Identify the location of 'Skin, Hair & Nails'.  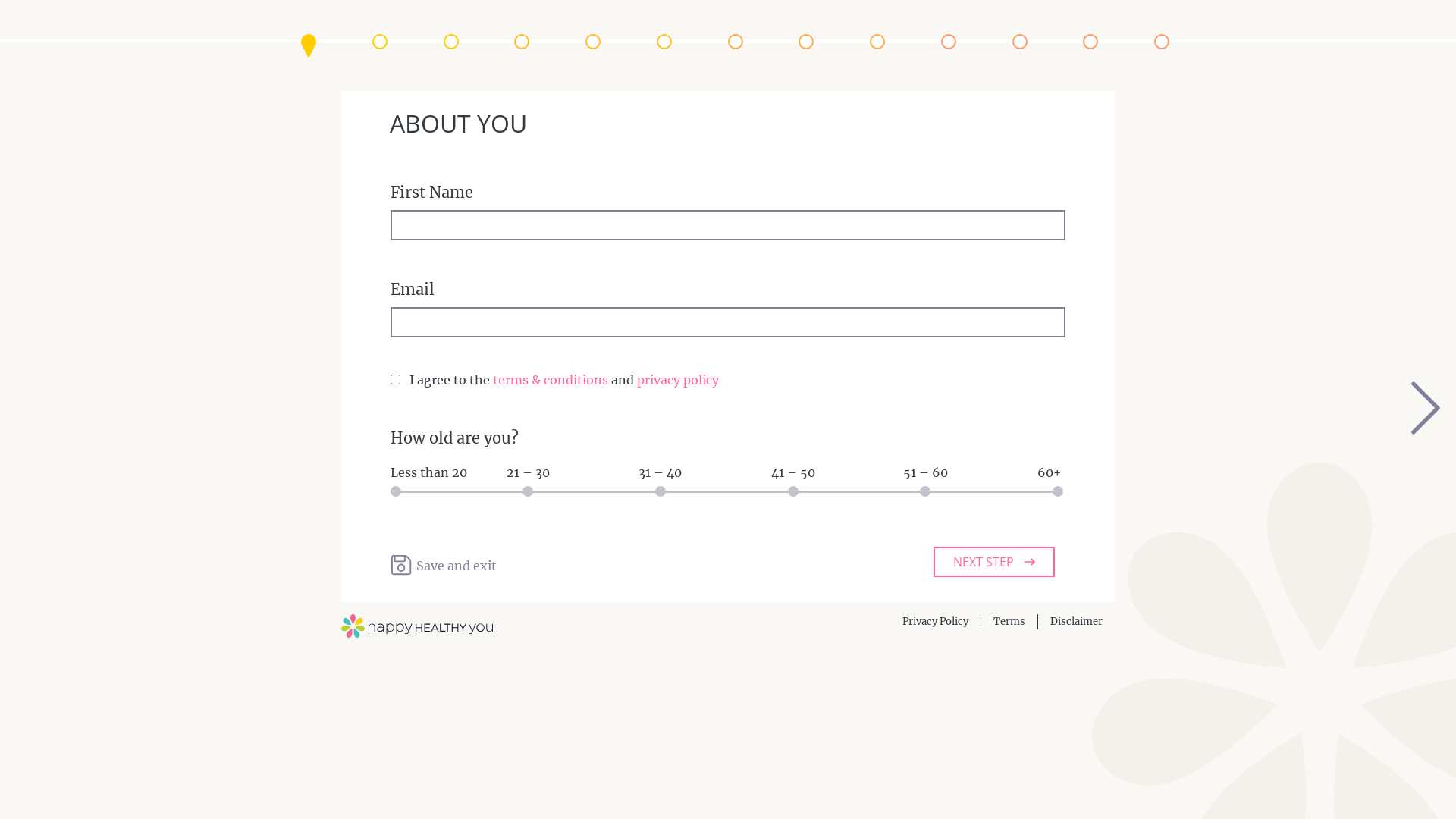
(805, 40).